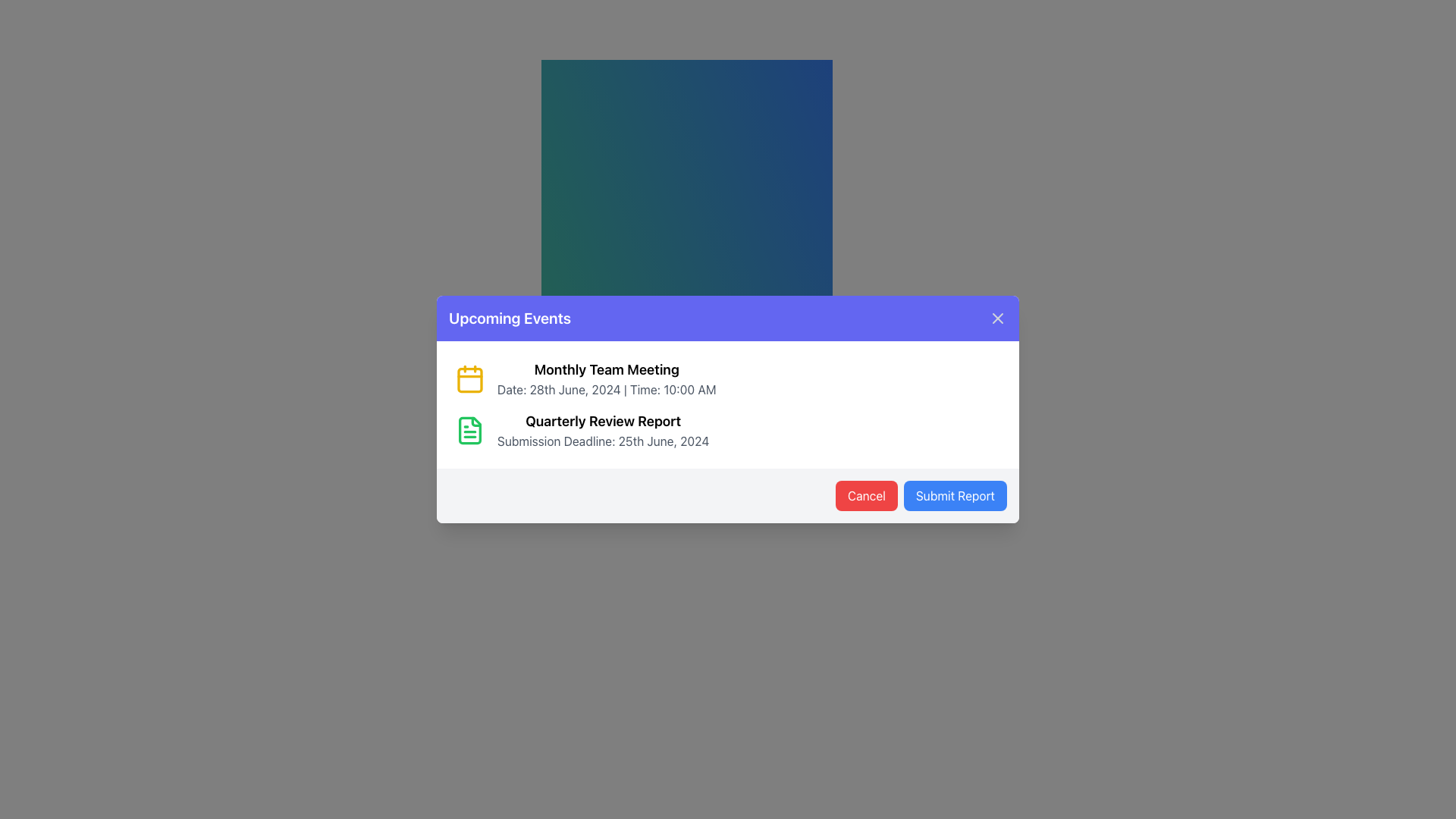  I want to click on the 'Cancel' button located in the lower-right section of the modal dialog interface, so click(866, 496).